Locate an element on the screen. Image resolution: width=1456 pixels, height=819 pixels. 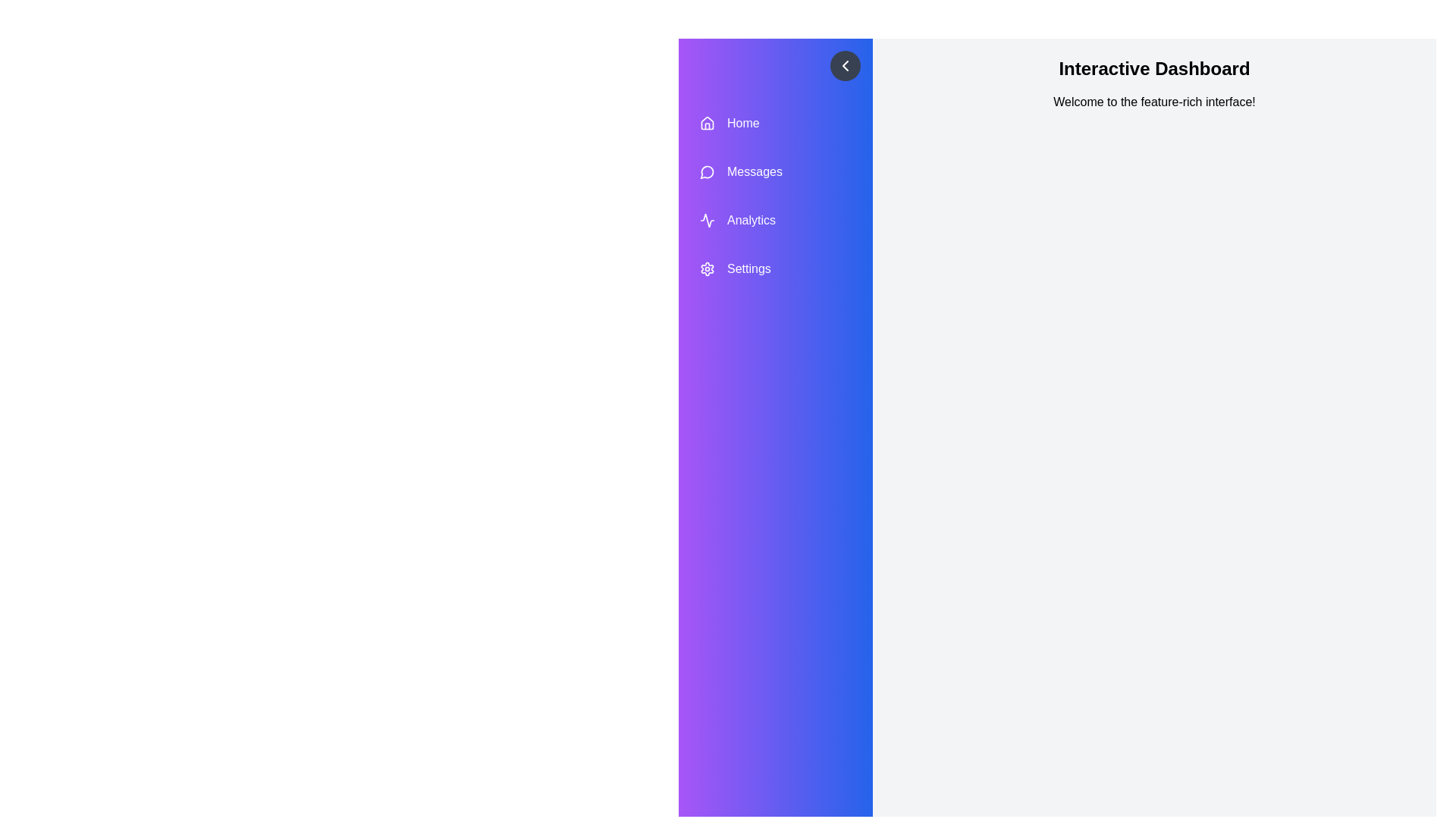
the button with the chevron icon to toggle the drawer open or closed is located at coordinates (844, 65).